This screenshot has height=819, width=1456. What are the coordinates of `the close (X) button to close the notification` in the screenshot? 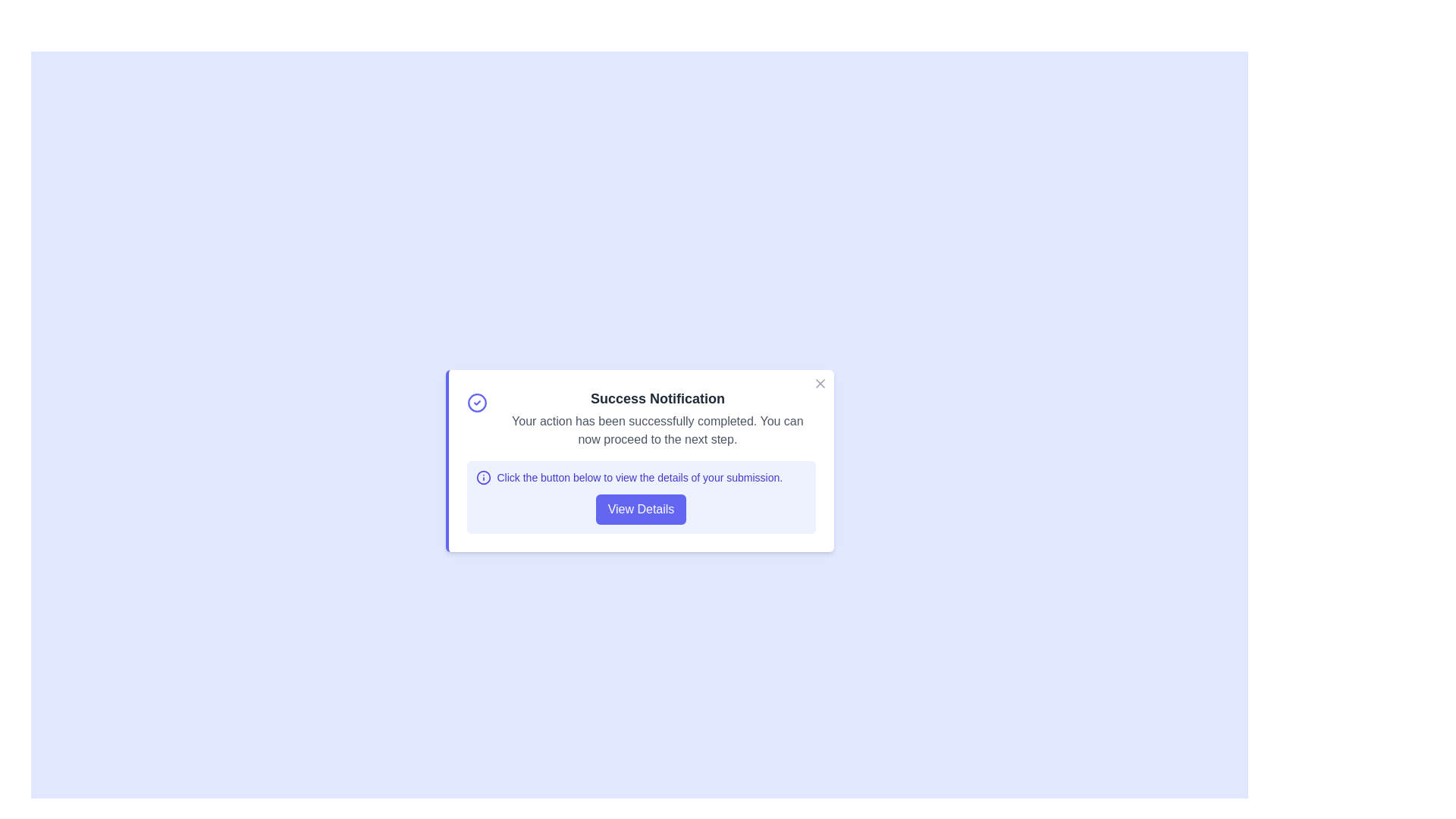 It's located at (819, 382).